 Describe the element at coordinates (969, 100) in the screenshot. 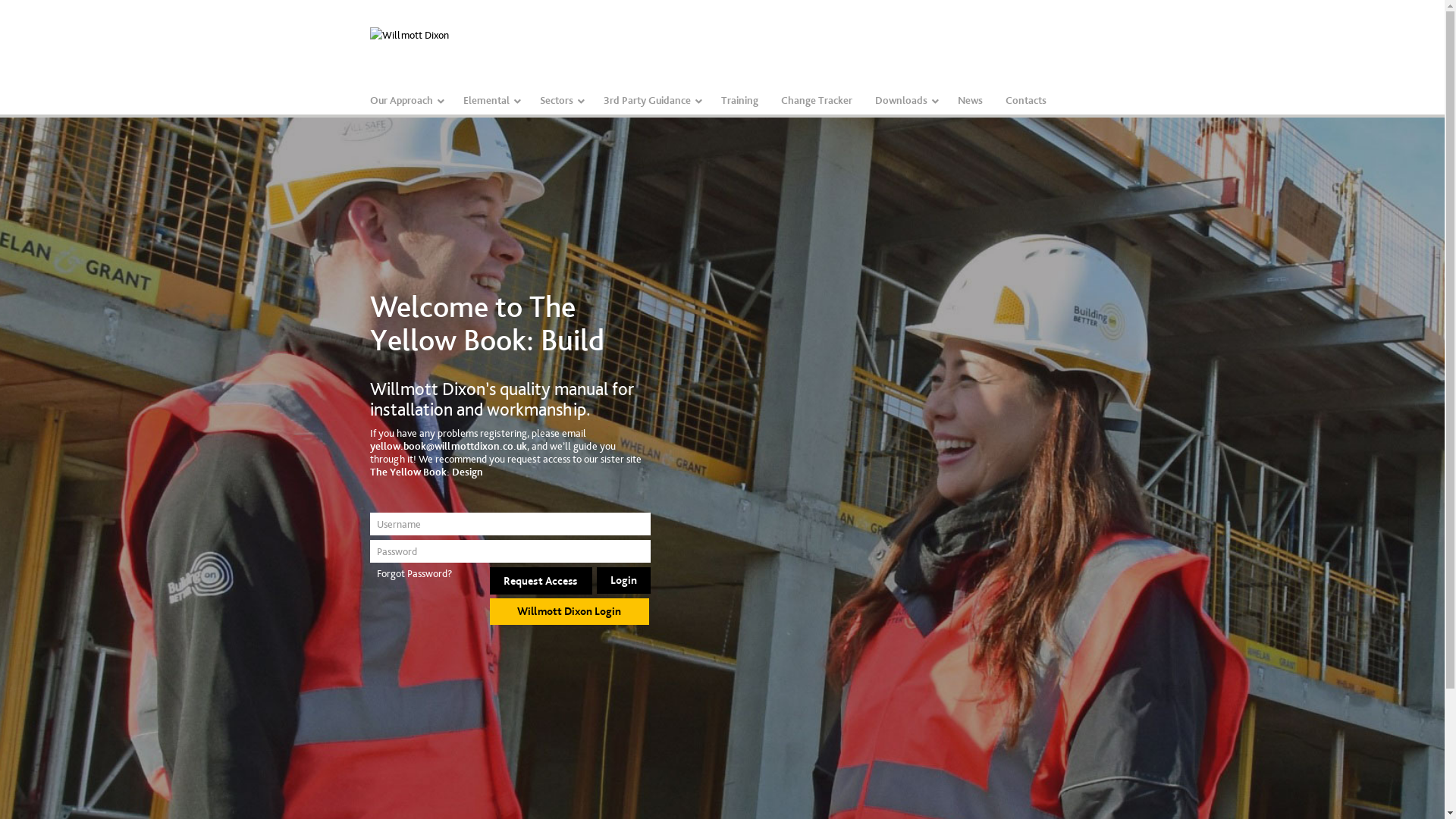

I see `'News'` at that location.